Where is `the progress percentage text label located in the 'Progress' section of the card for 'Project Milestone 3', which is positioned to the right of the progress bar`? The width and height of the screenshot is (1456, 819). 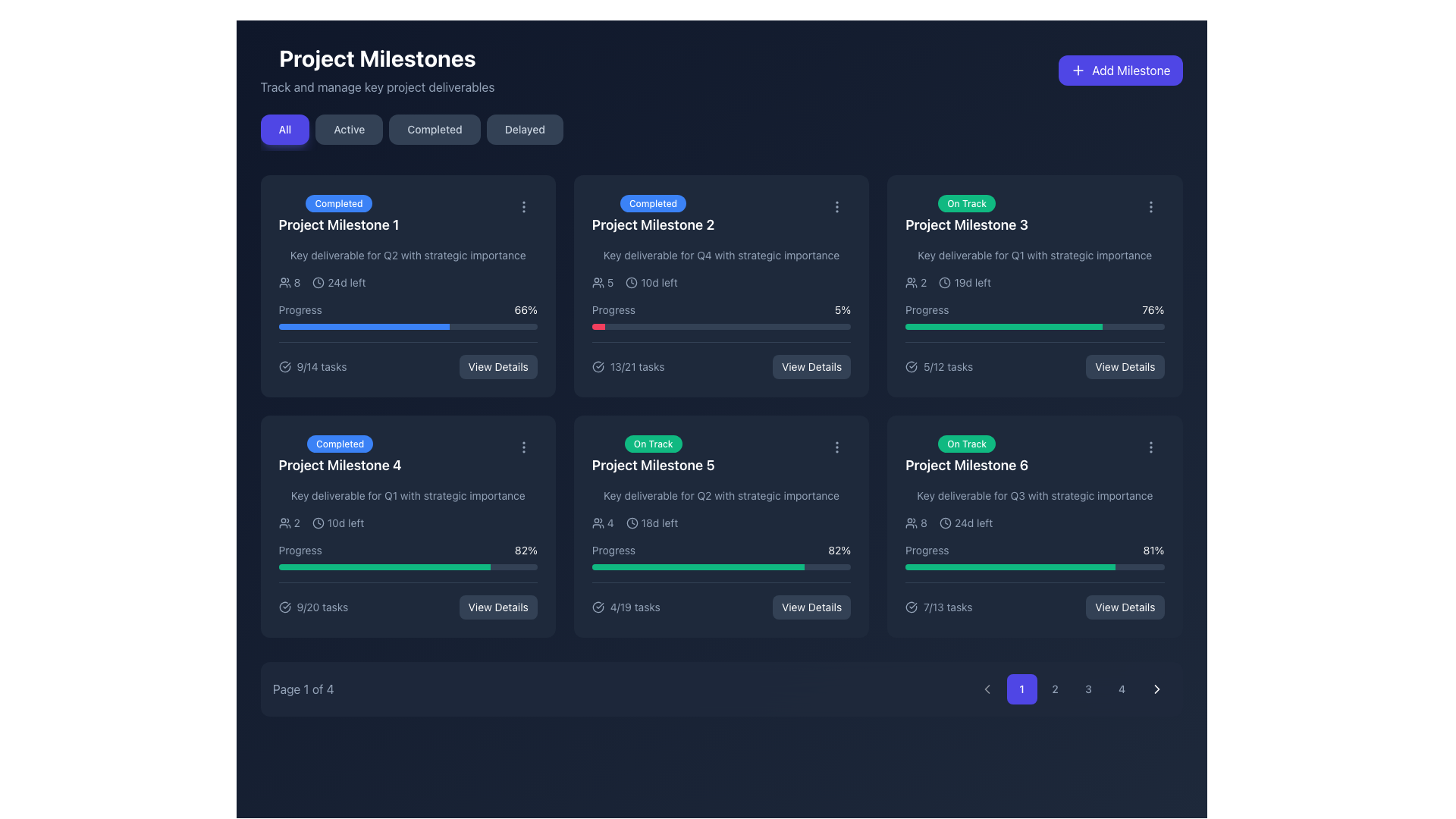 the progress percentage text label located in the 'Progress' section of the card for 'Project Milestone 3', which is positioned to the right of the progress bar is located at coordinates (1153, 309).